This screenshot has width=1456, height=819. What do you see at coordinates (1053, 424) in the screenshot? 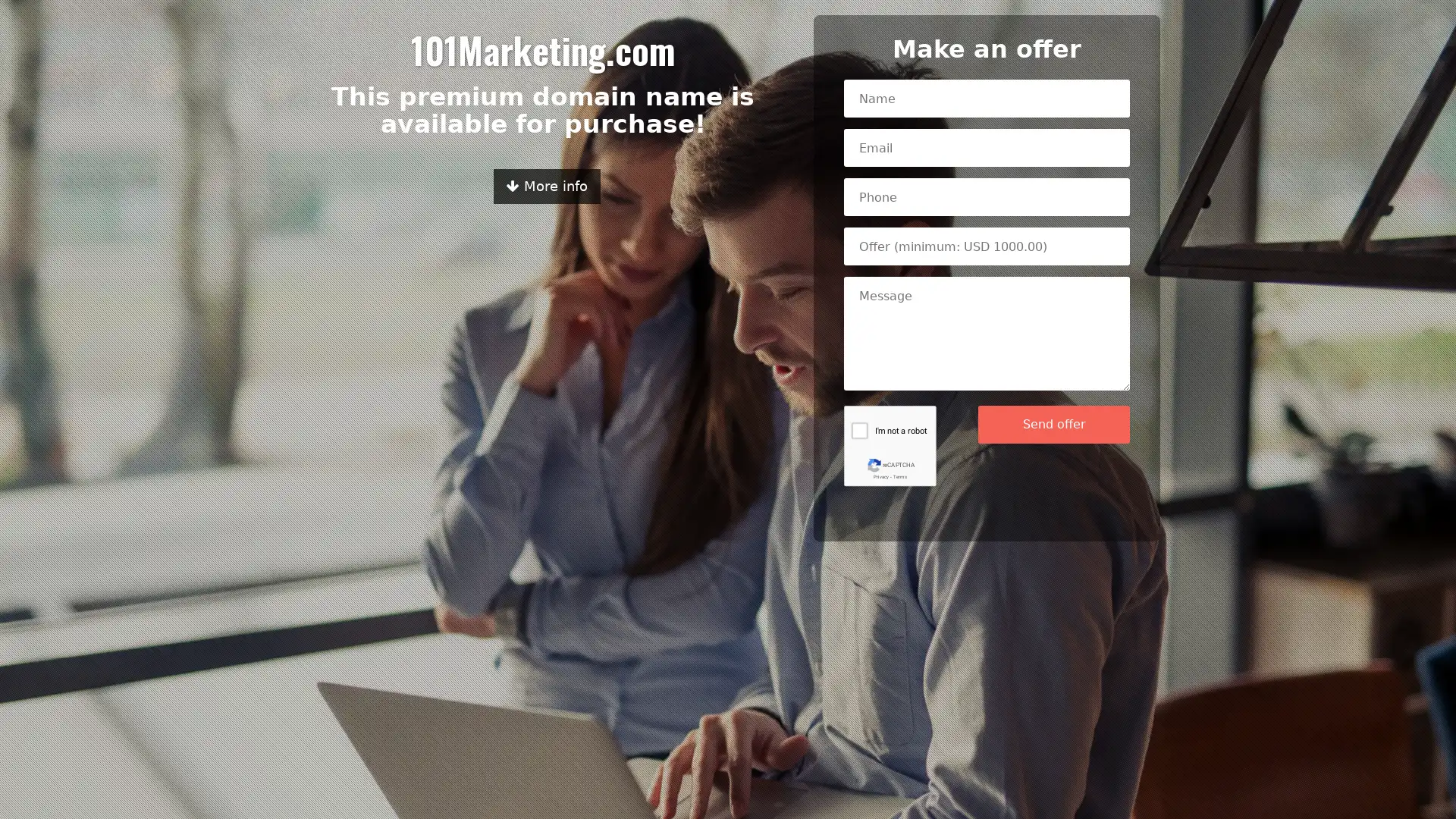
I see `Send offer` at bounding box center [1053, 424].